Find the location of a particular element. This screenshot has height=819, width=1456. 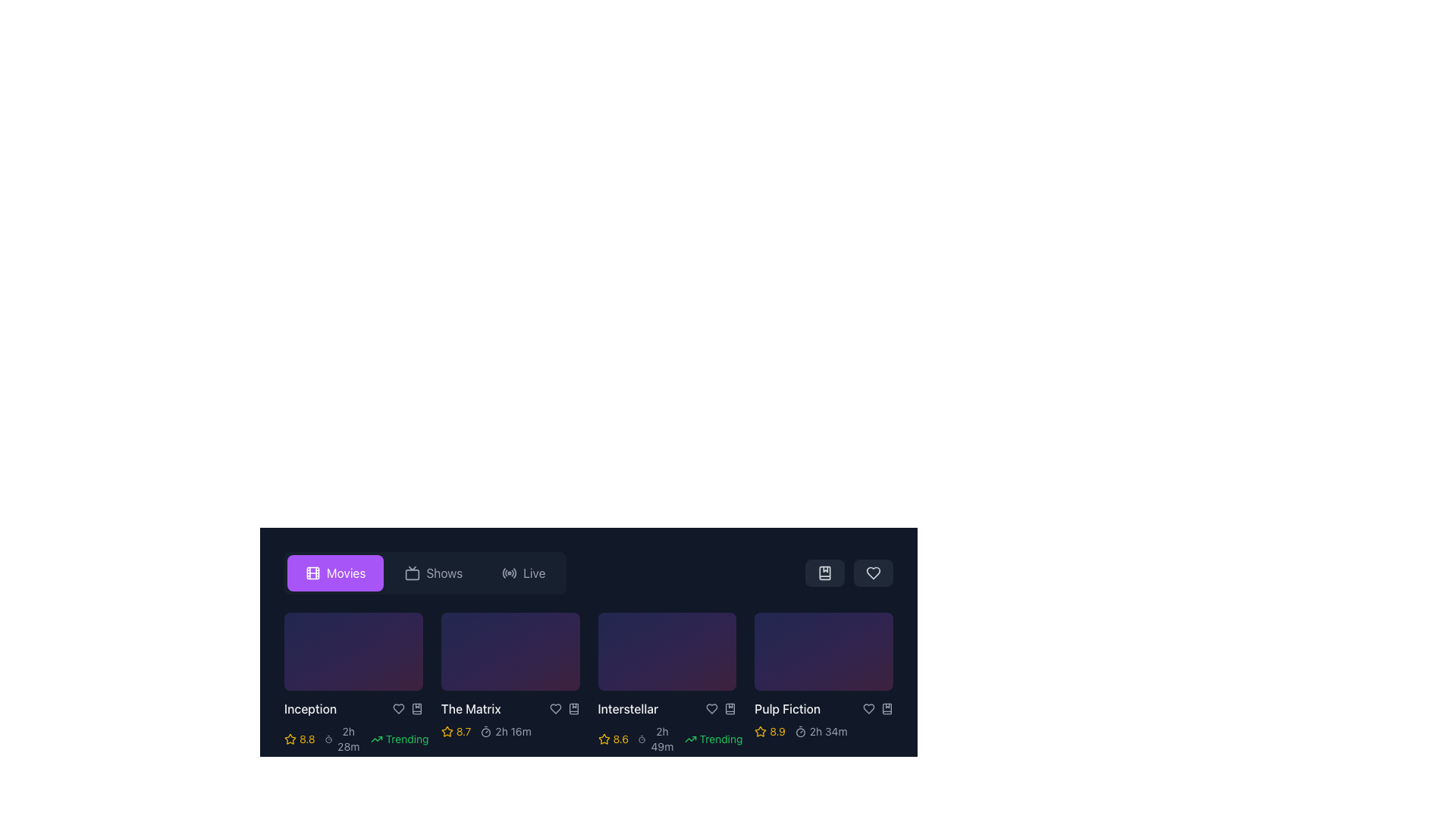

the heart-shaped icon located to the right of the 'Interstellar' movie entry to trigger tooltip or hover effects is located at coordinates (711, 708).